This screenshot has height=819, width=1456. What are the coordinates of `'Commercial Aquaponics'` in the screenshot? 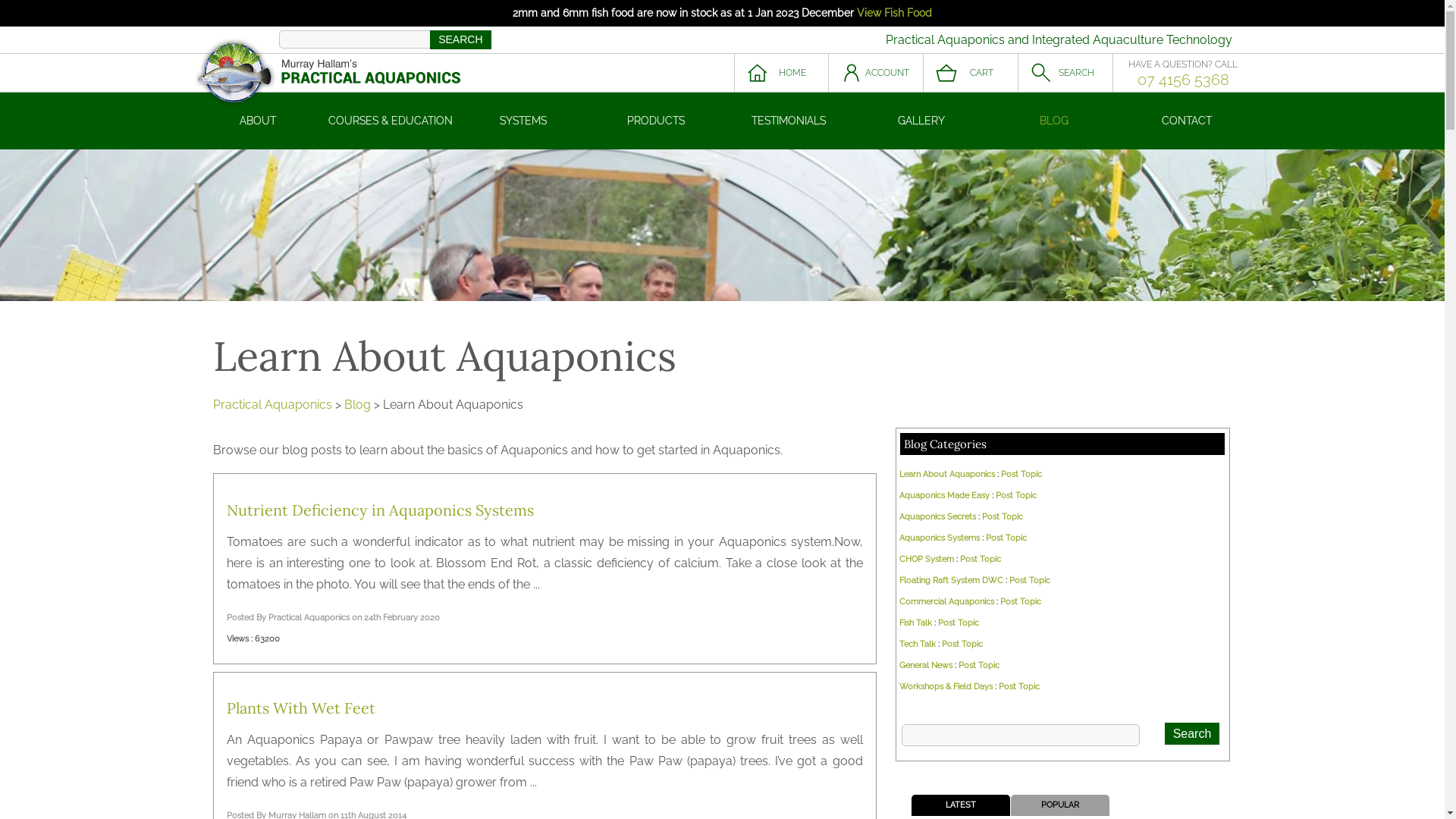 It's located at (946, 601).